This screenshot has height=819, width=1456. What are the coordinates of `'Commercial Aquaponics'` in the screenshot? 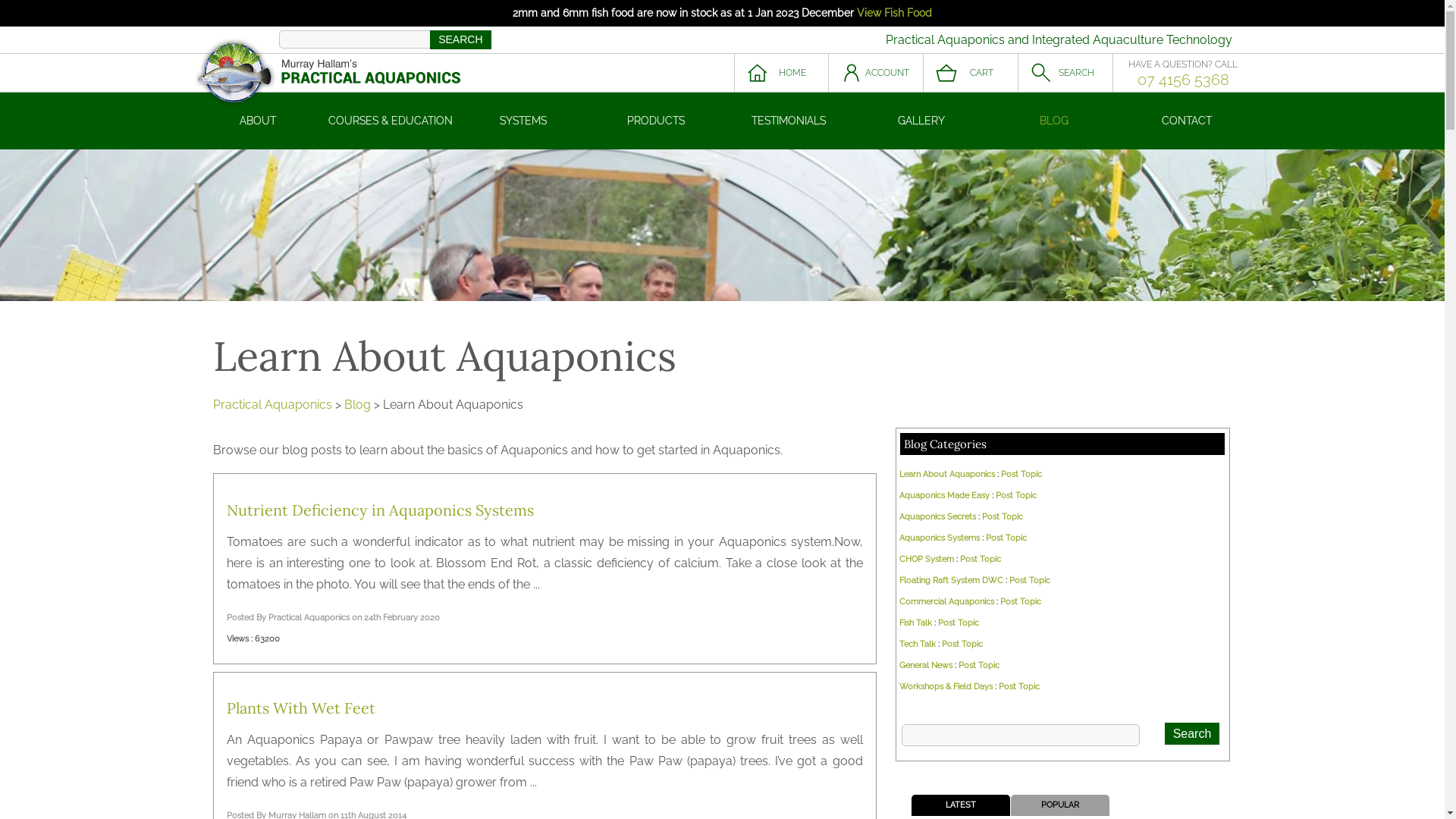 It's located at (946, 601).